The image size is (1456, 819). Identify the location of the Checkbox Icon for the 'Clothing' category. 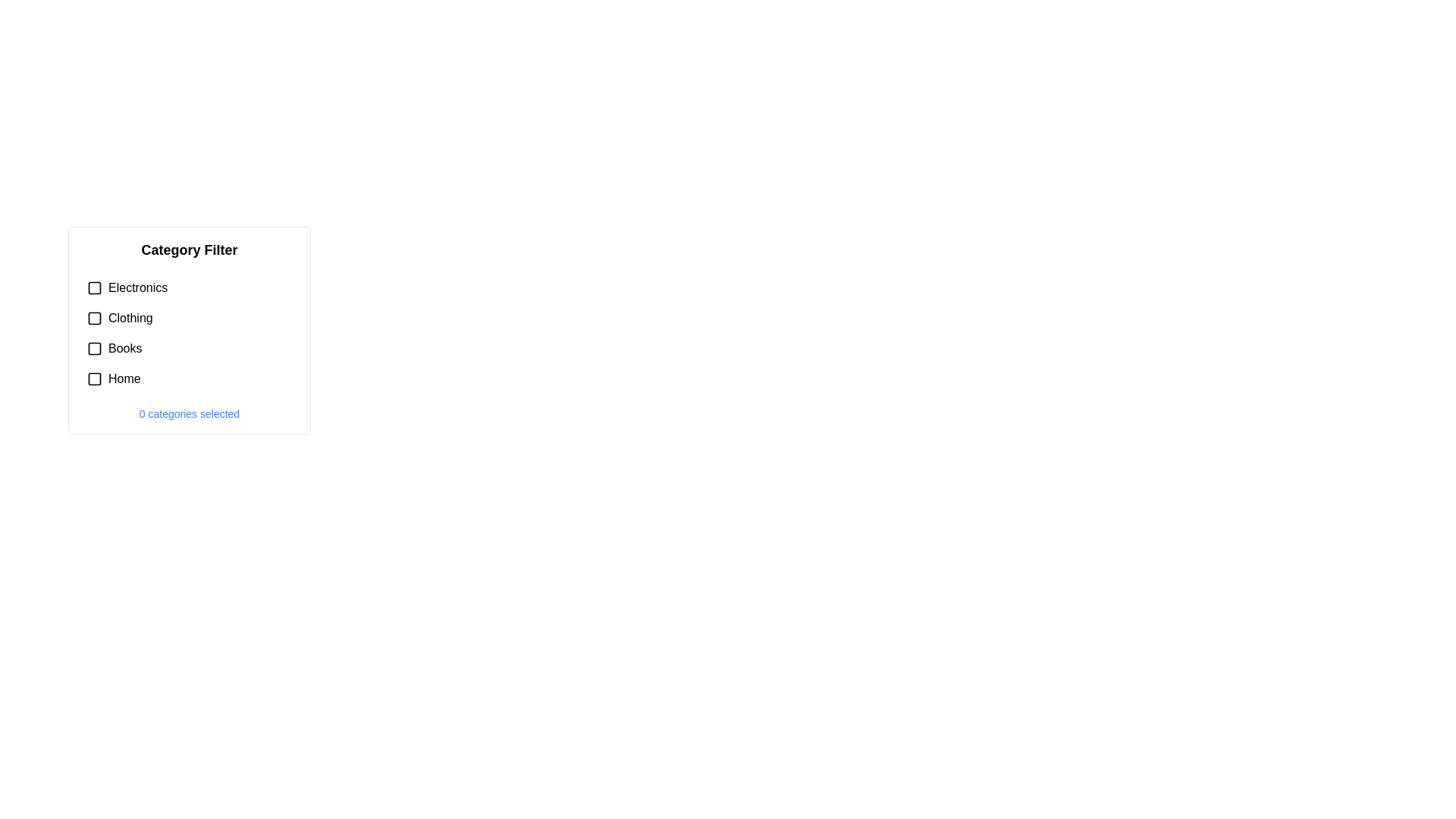
(93, 318).